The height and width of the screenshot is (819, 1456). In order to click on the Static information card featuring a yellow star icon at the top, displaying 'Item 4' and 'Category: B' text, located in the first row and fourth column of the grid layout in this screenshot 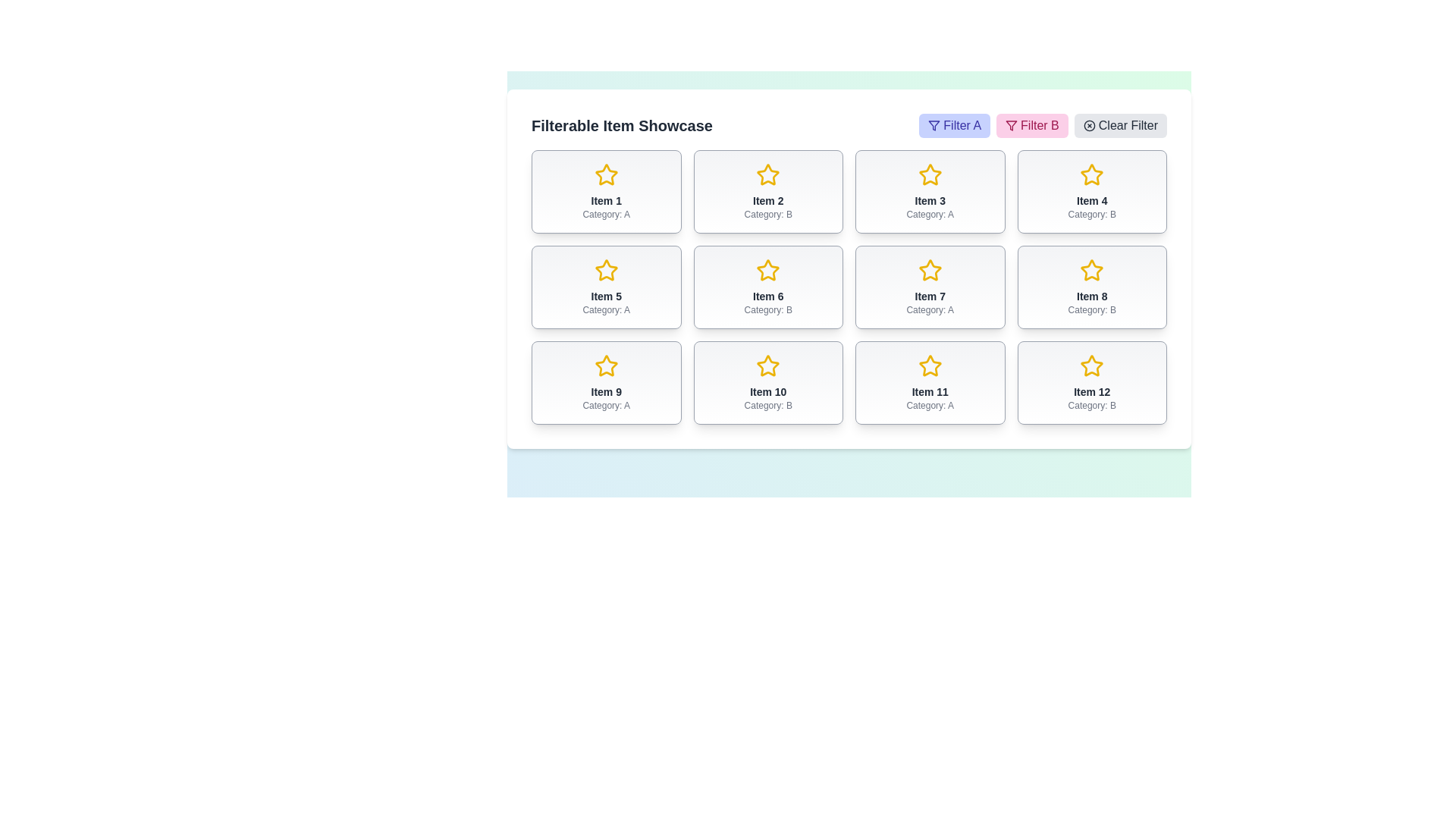, I will do `click(1092, 191)`.